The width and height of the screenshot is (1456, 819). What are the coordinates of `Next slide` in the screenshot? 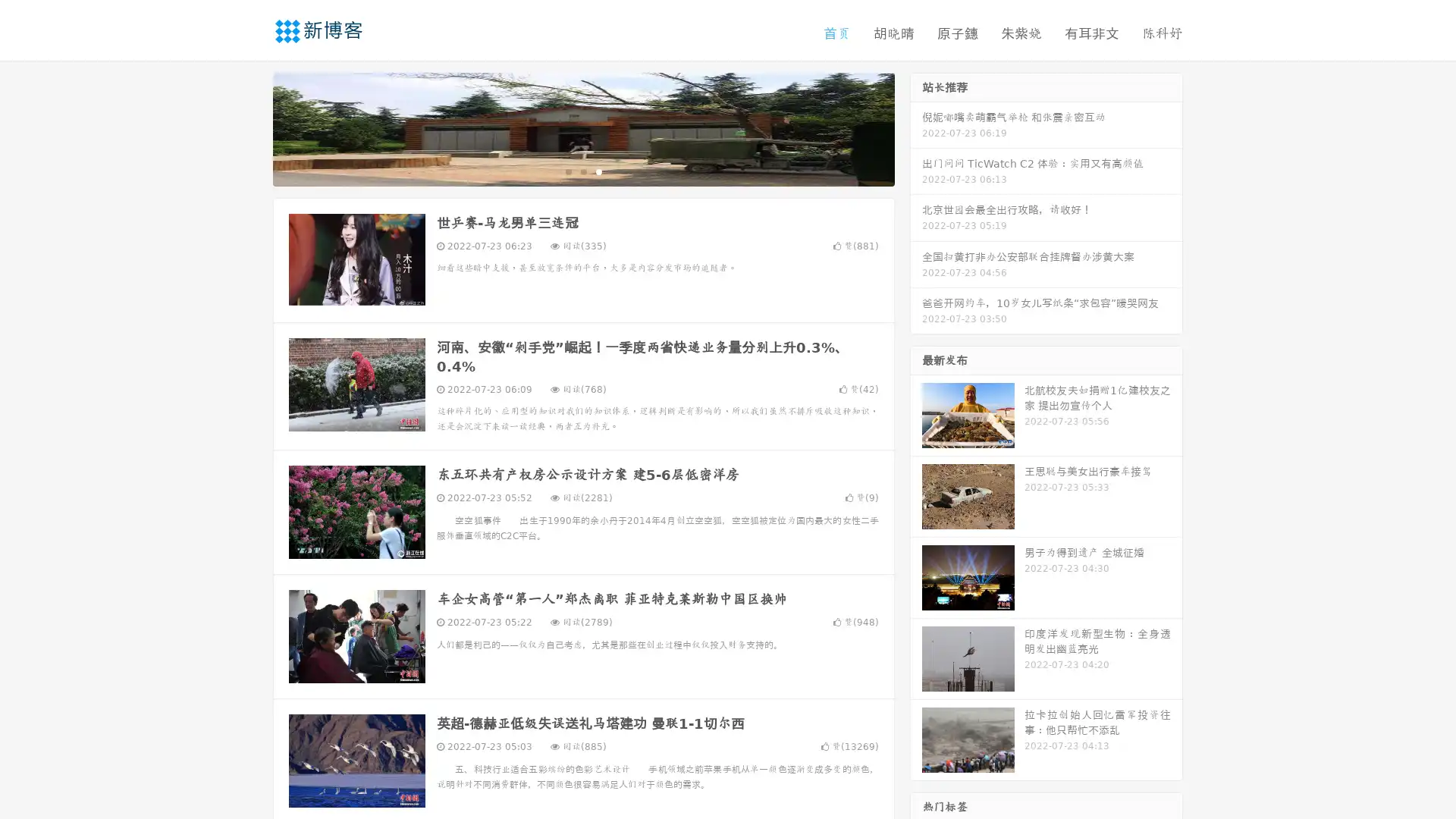 It's located at (916, 127).